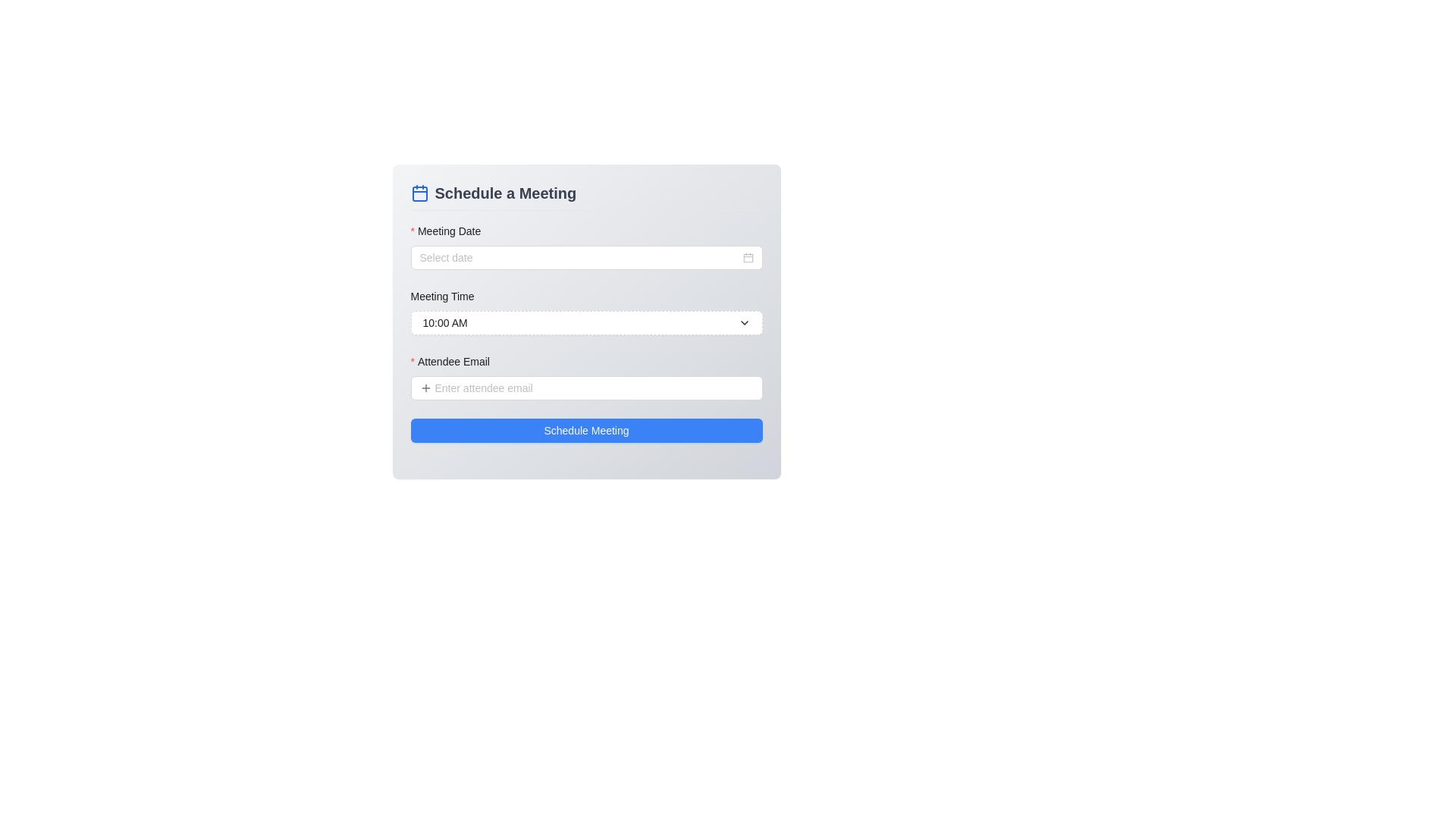 The height and width of the screenshot is (819, 1456). I want to click on the text label that serves as a header for the meeting scheduling form, positioned at the top section next to a calendar icon, so click(505, 192).